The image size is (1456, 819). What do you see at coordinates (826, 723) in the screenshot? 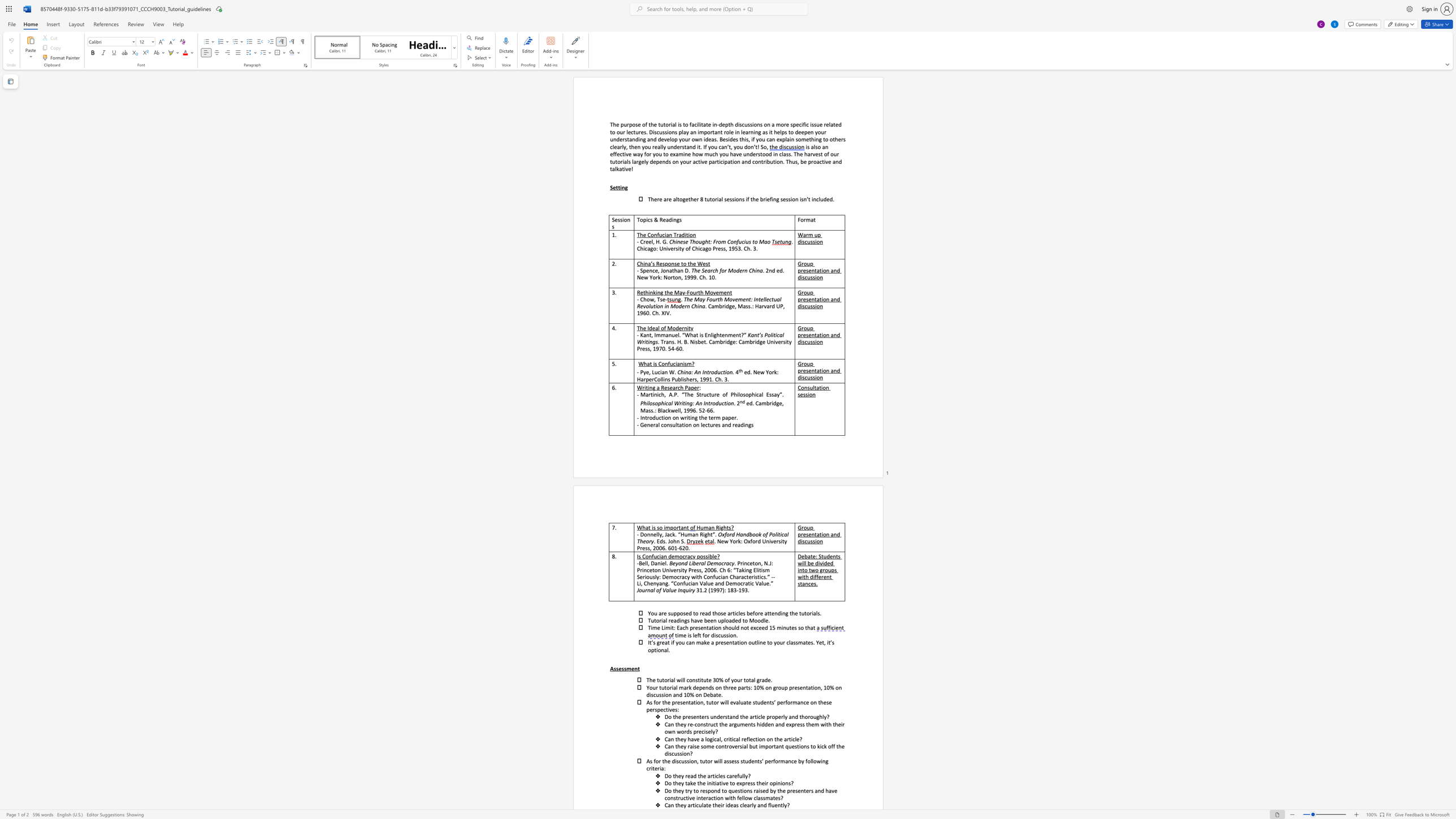
I see `the subset text "th" within the text "Can they re-construct the arguments hidden and express them with their own words precisely?"` at bounding box center [826, 723].